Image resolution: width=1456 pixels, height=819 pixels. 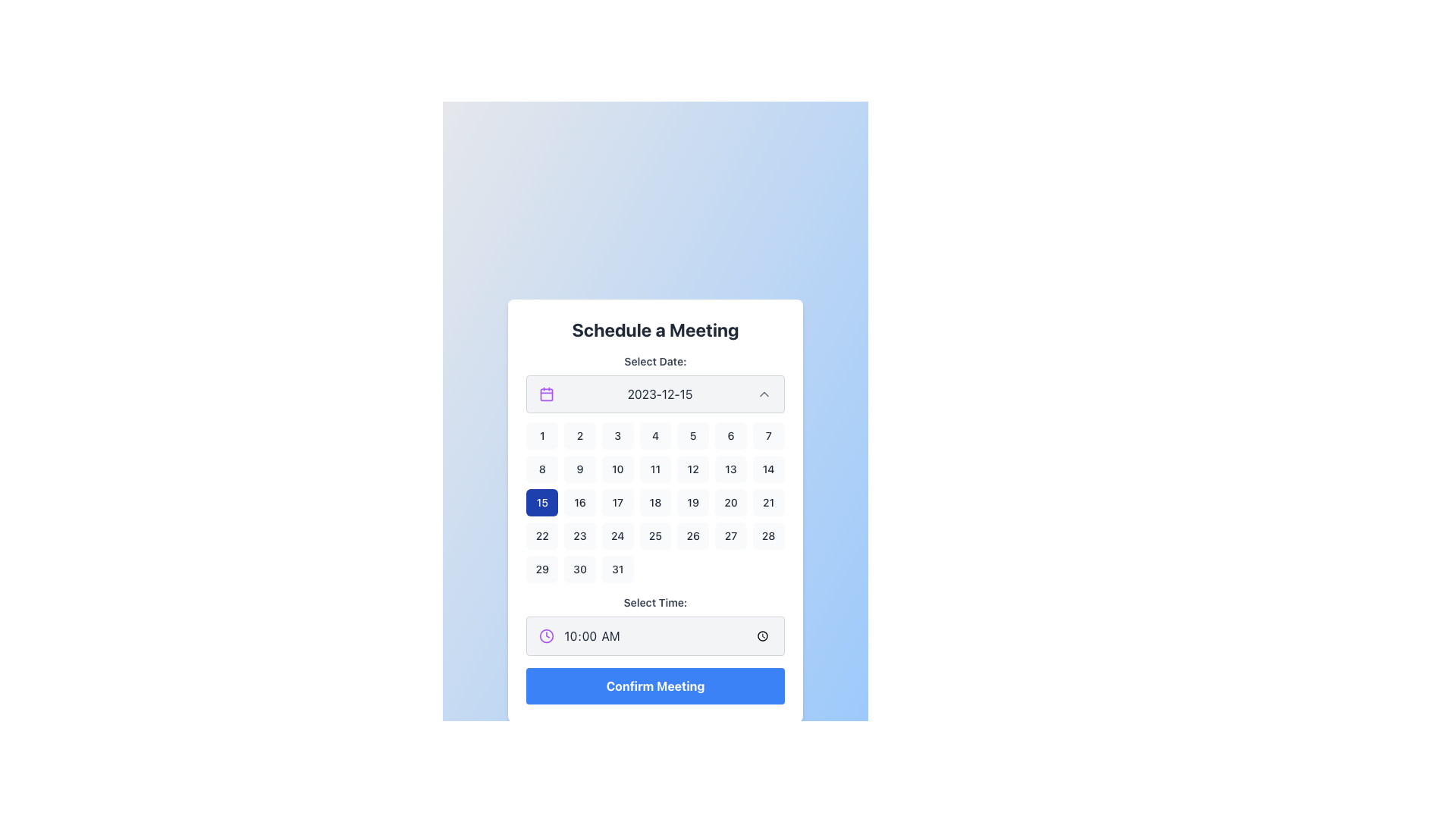 I want to click on the button to select the date '15' in the calendar interface, which is visually distinct with a deep blue background and located in the third row, first column of the date grid, so click(x=542, y=503).